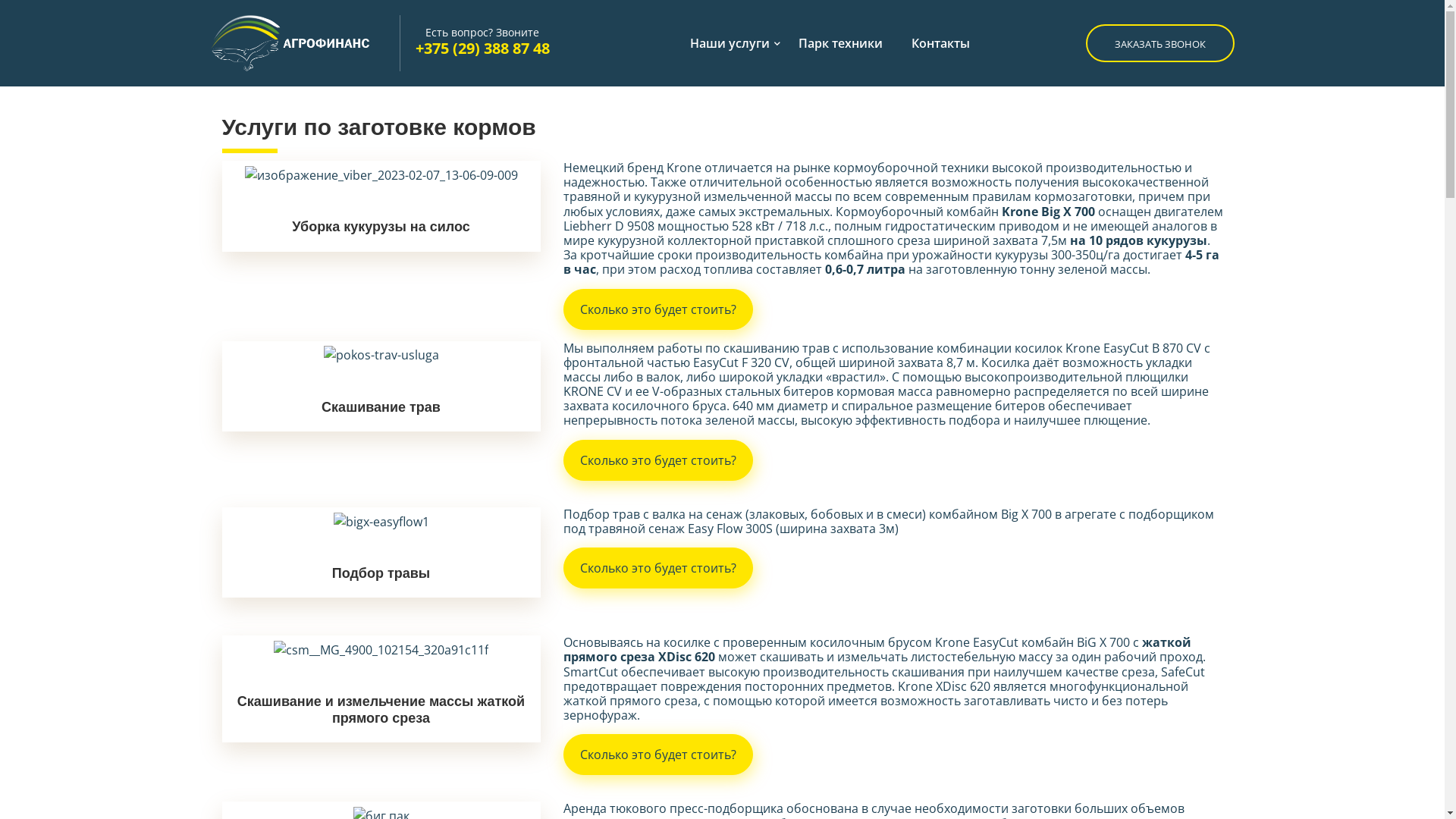 This screenshot has width=1456, height=819. What do you see at coordinates (304, 42) in the screenshot?
I see `'agrouslugi'` at bounding box center [304, 42].